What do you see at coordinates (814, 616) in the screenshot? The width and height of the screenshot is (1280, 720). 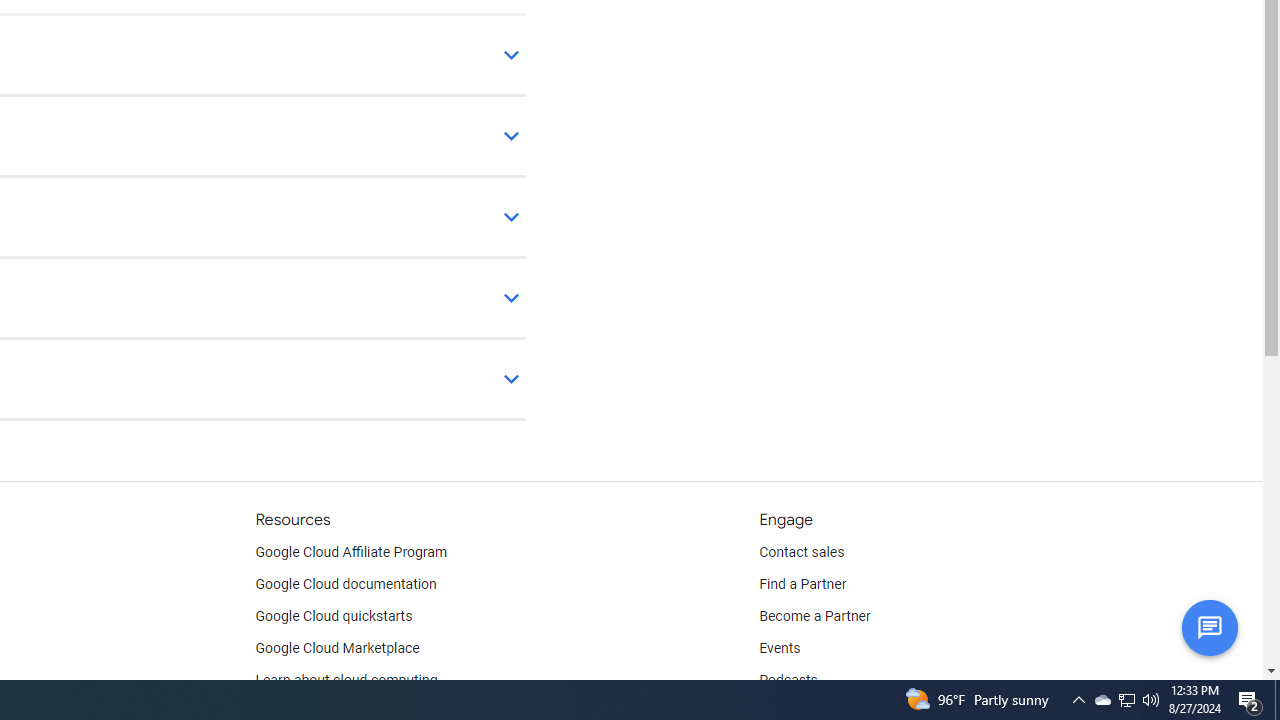 I see `'Become a Partner'` at bounding box center [814, 616].